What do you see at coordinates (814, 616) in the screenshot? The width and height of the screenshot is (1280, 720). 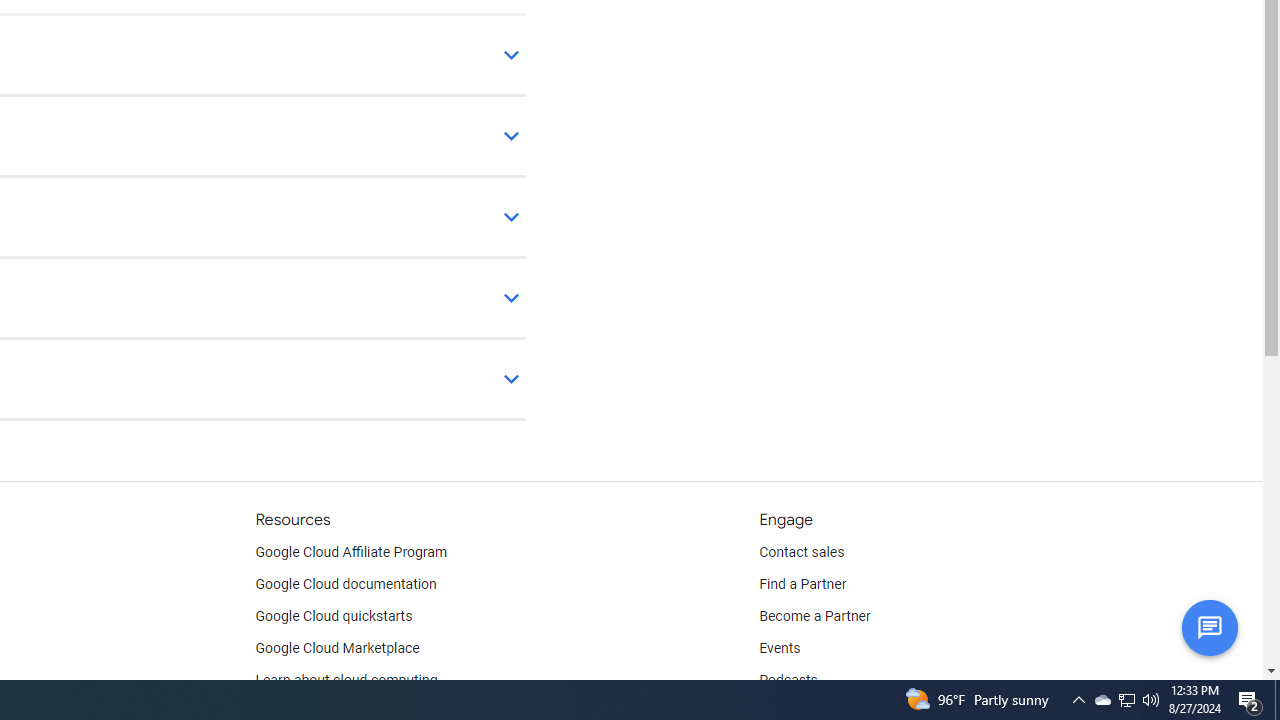 I see `'Become a Partner'` at bounding box center [814, 616].